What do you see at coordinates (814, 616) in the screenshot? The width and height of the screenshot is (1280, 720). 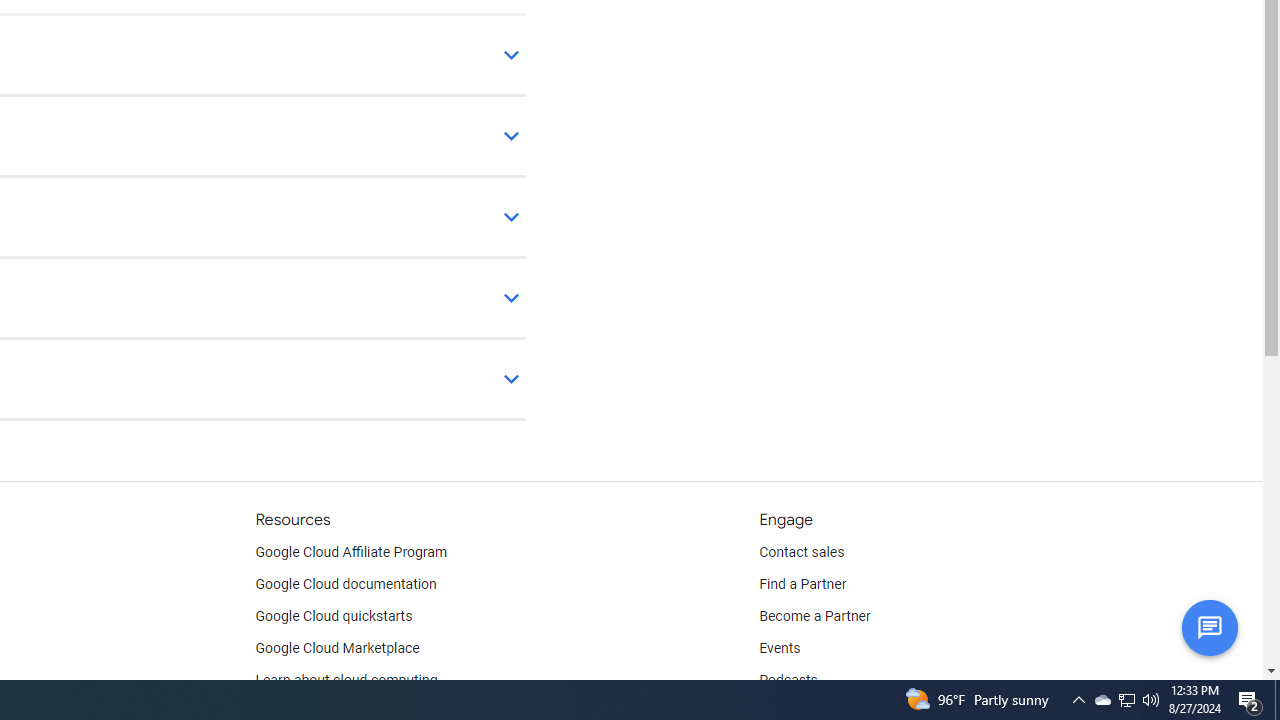 I see `'Become a Partner'` at bounding box center [814, 616].